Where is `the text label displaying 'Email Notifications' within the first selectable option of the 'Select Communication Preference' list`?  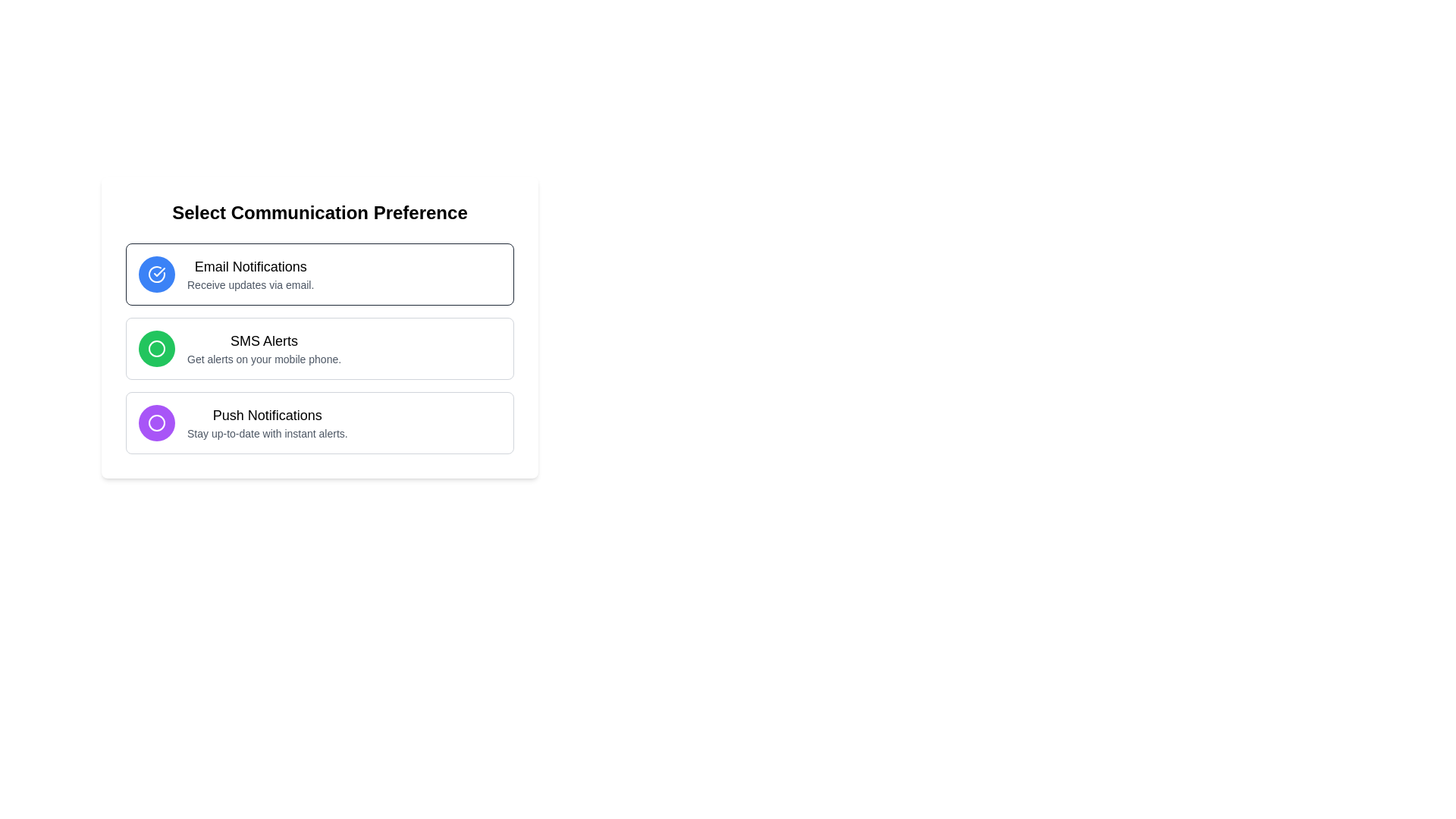 the text label displaying 'Email Notifications' within the first selectable option of the 'Select Communication Preference' list is located at coordinates (250, 275).